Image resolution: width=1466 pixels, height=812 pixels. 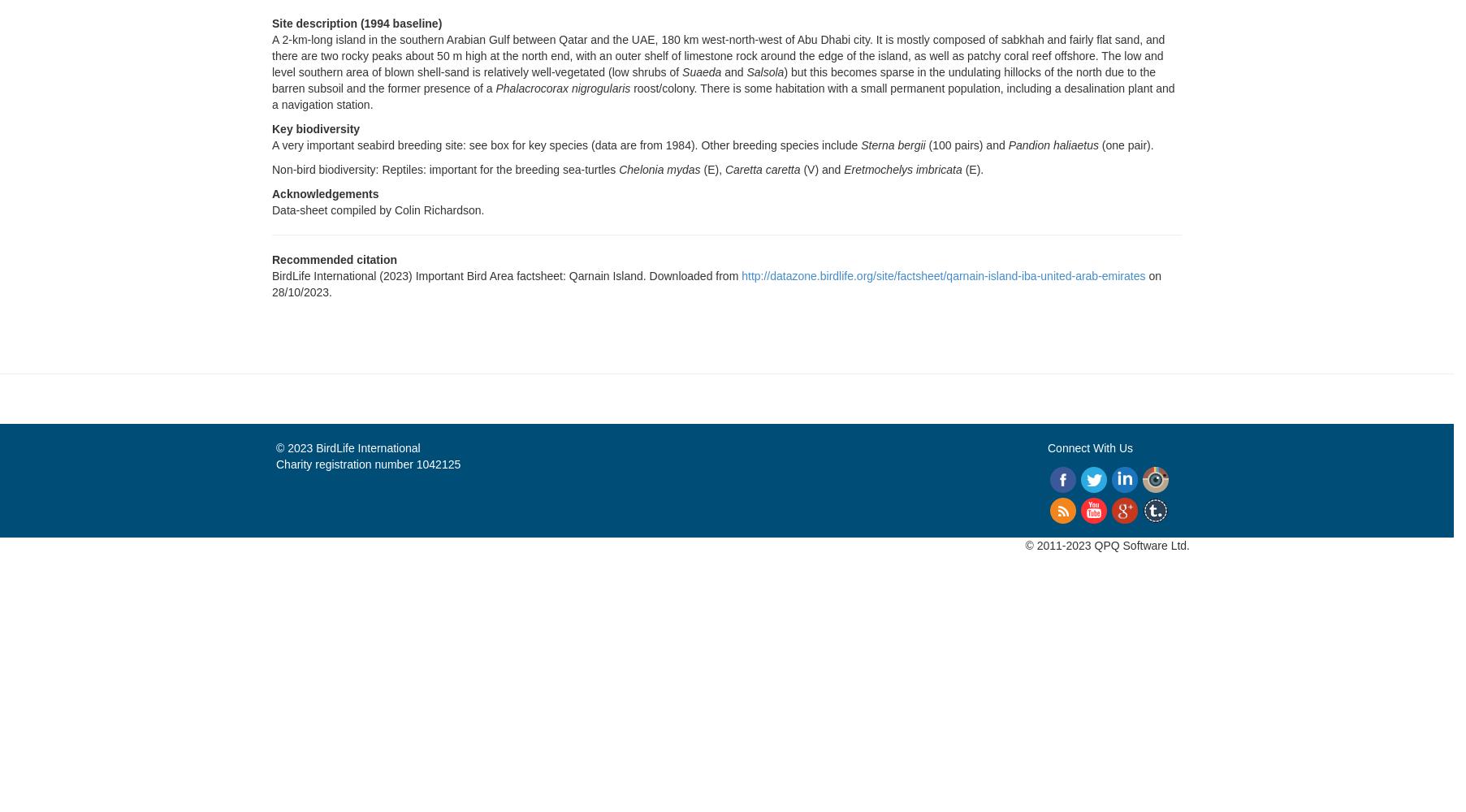 I want to click on '(V) and', so click(x=821, y=169).